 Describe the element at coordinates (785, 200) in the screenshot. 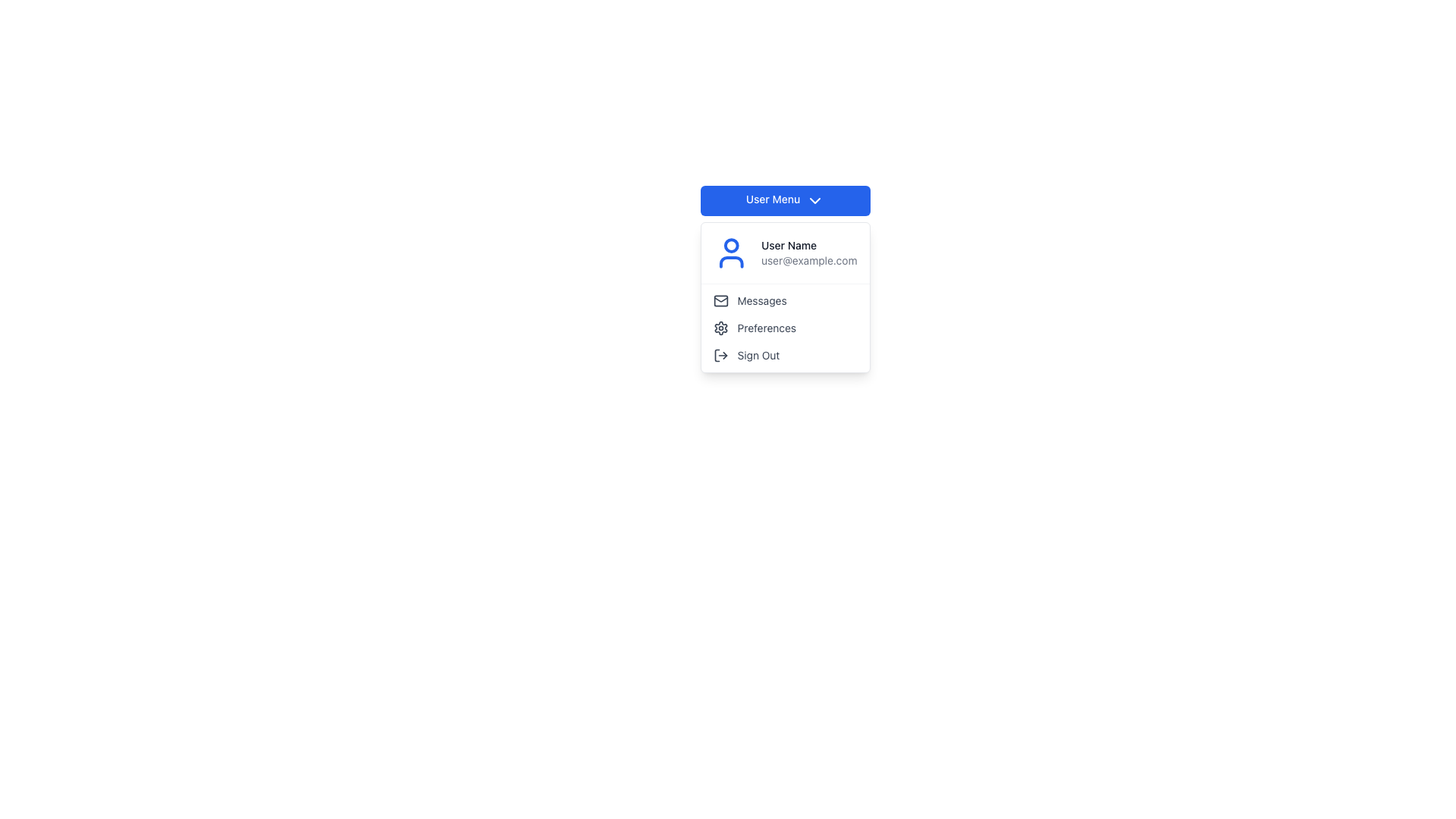

I see `the dropdown menu button located near the top of the interface to access user profile options and sign-out functionality` at that location.